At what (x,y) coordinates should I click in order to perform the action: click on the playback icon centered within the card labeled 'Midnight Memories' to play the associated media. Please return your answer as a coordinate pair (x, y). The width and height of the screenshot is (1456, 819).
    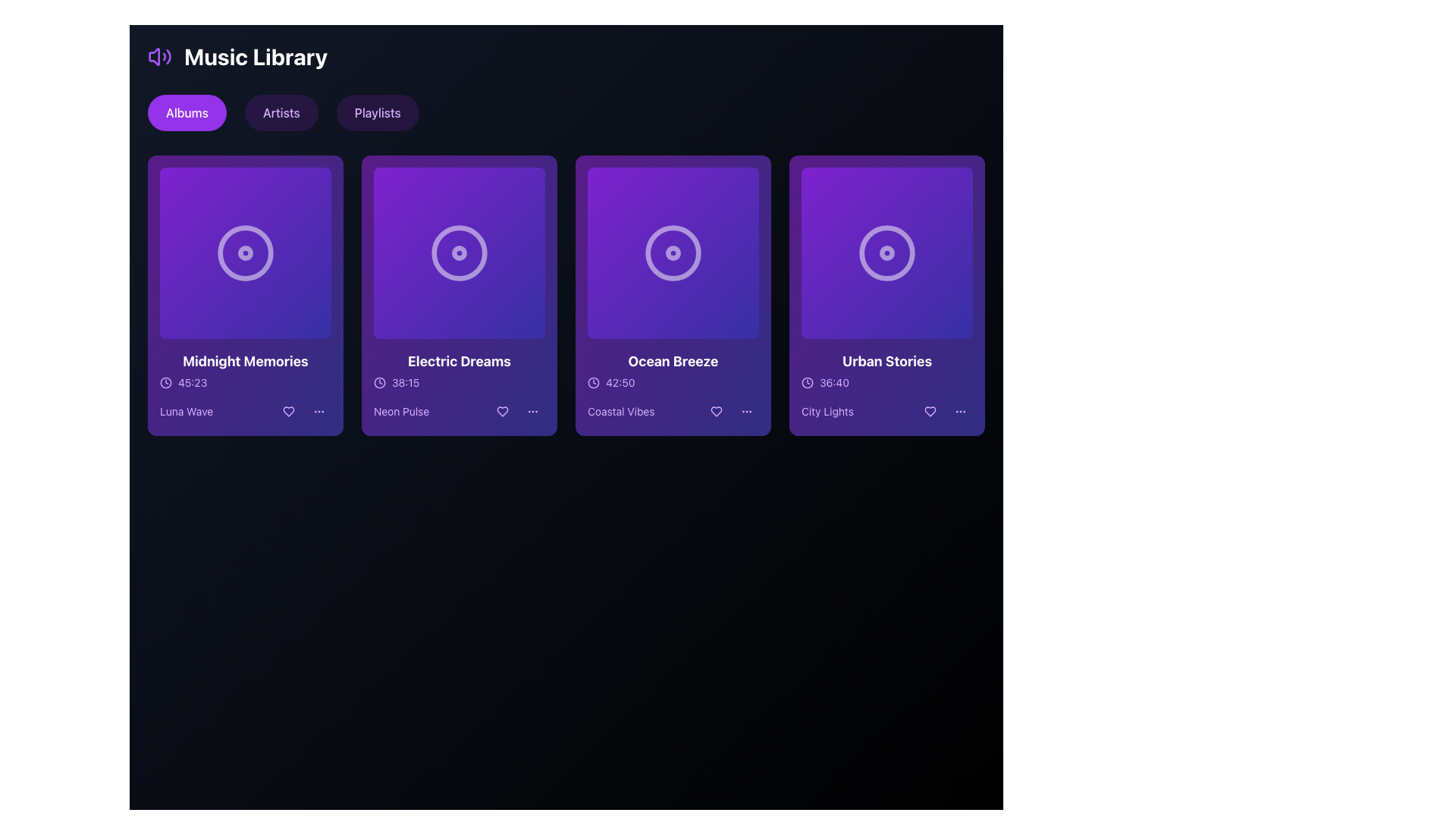
    Looking at the image, I should click on (247, 253).